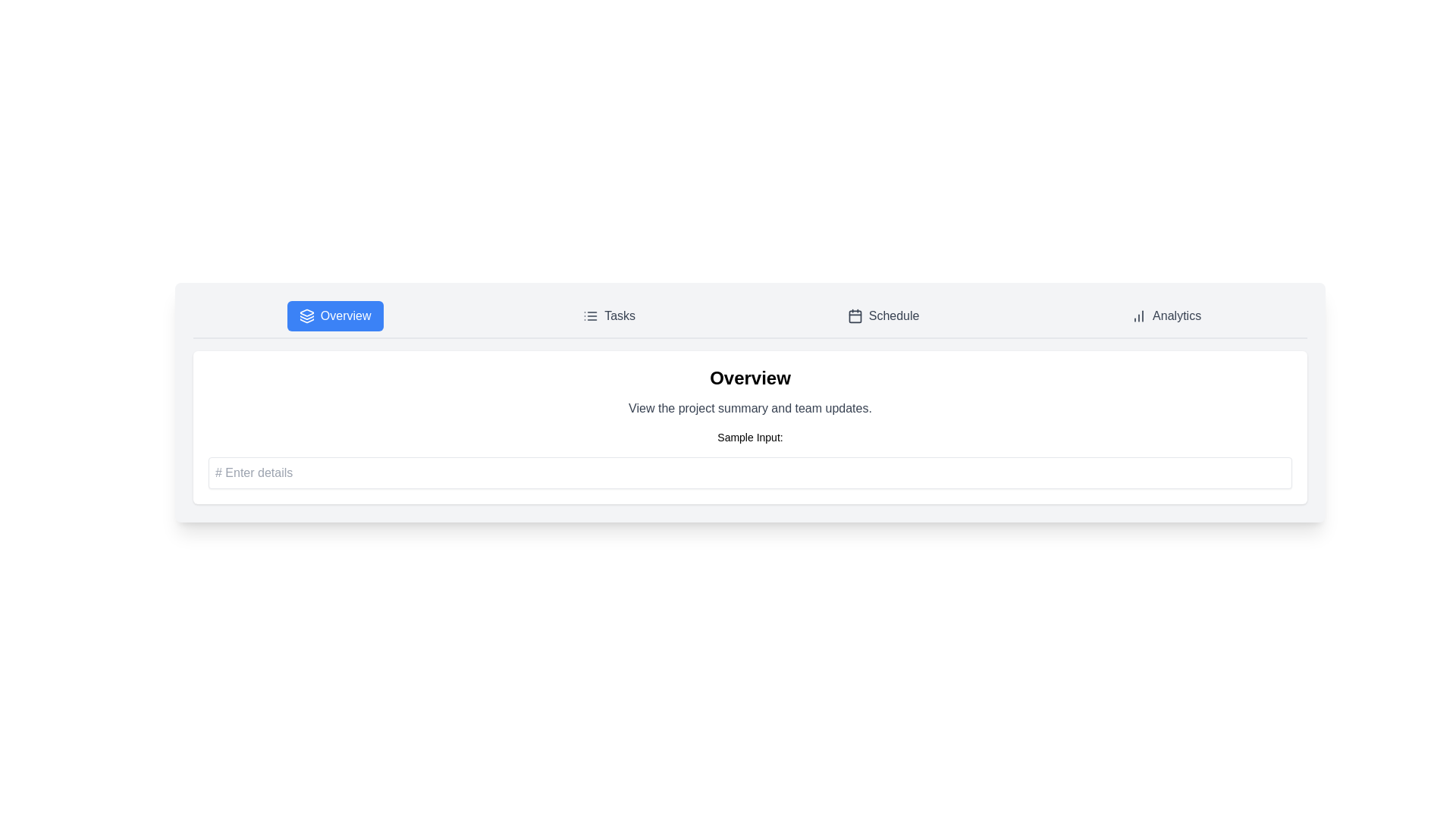 The image size is (1456, 819). Describe the element at coordinates (334, 315) in the screenshot. I see `the tab labeled Overview` at that location.